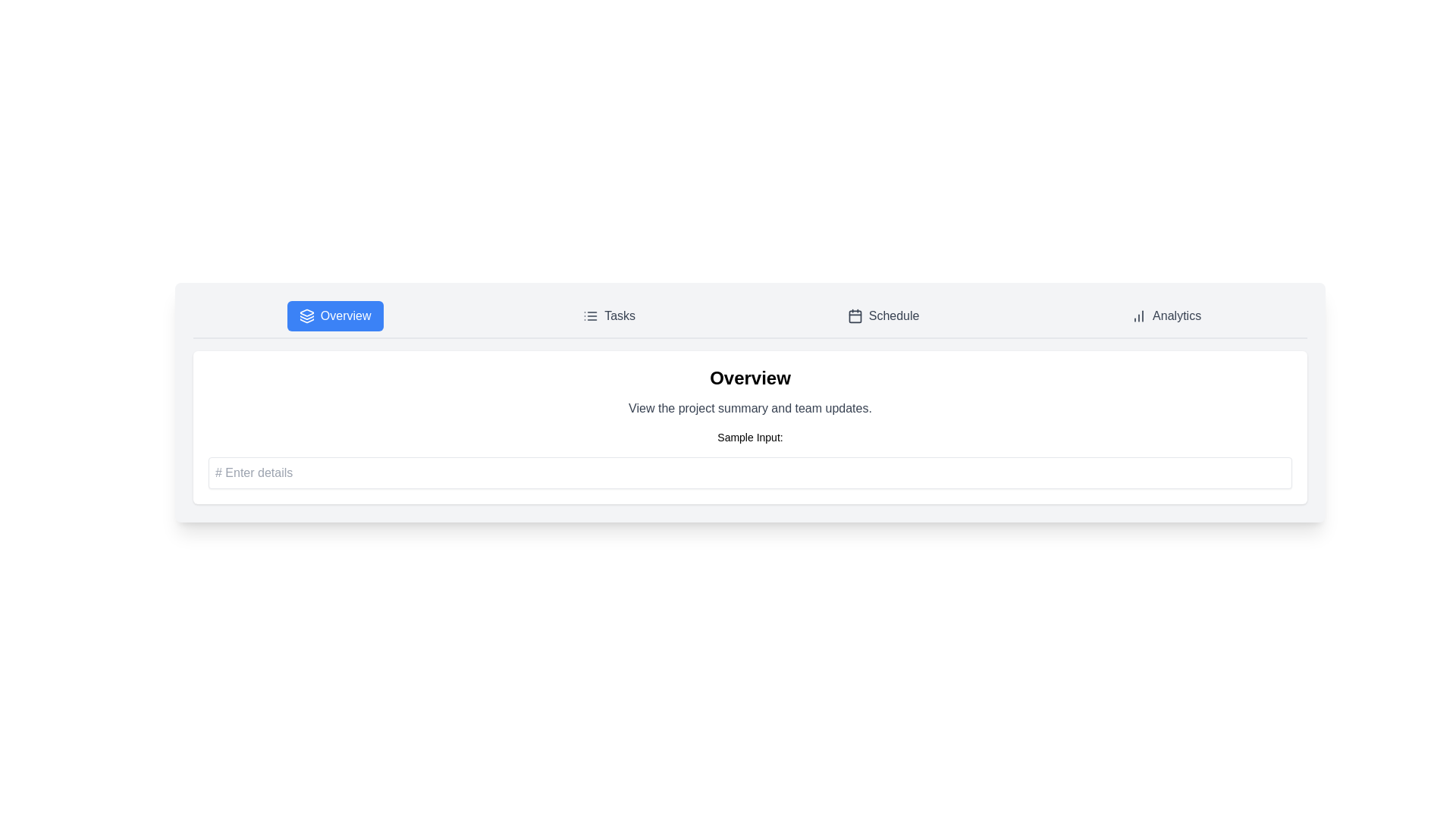 The image size is (1456, 819). Describe the element at coordinates (334, 315) in the screenshot. I see `the tab labeled Overview` at that location.